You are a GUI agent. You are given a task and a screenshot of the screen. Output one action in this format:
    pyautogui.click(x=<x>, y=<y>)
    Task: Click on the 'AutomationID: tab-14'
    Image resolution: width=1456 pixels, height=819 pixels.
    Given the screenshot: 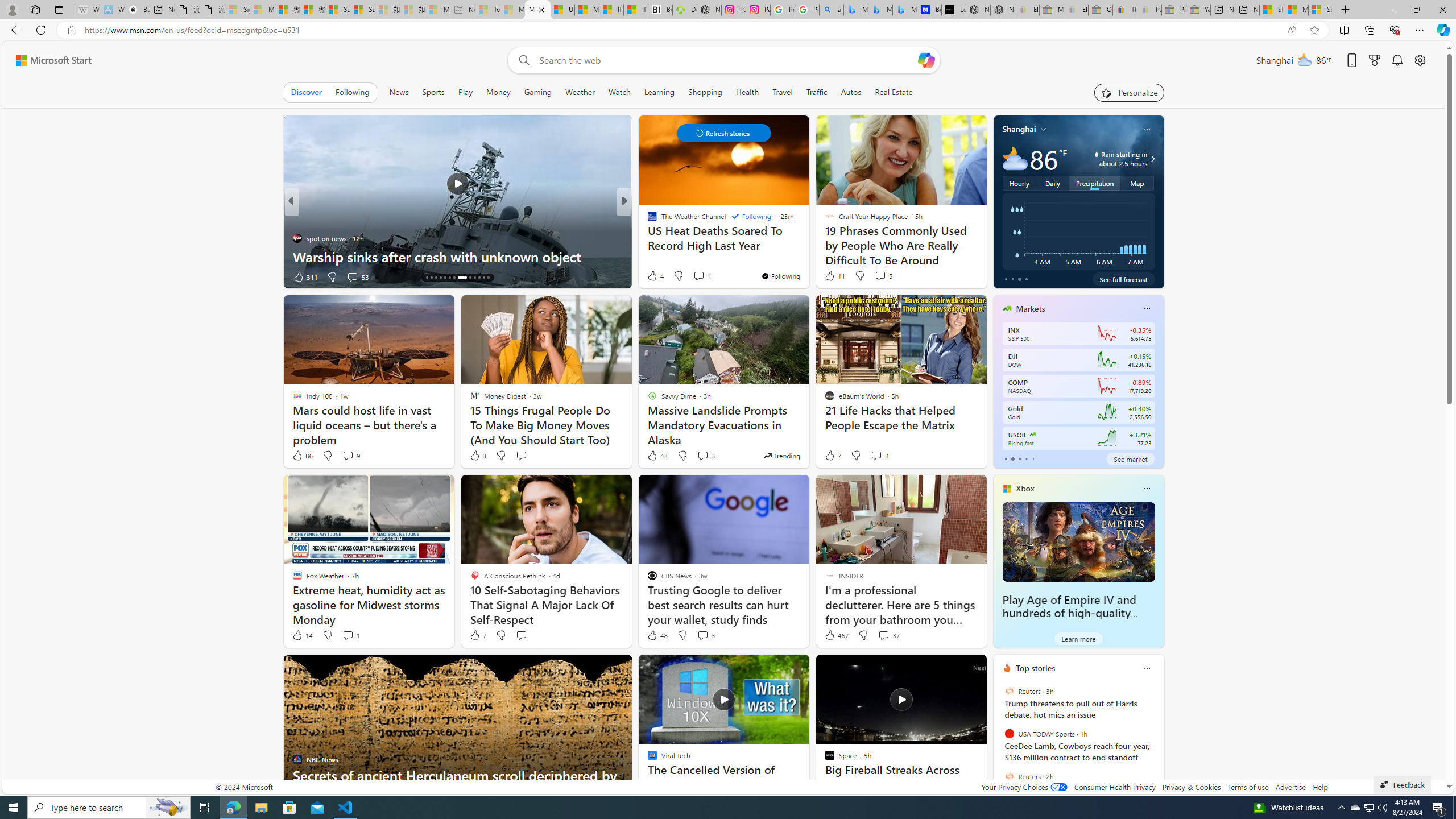 What is the action you would take?
    pyautogui.click(x=427, y=277)
    